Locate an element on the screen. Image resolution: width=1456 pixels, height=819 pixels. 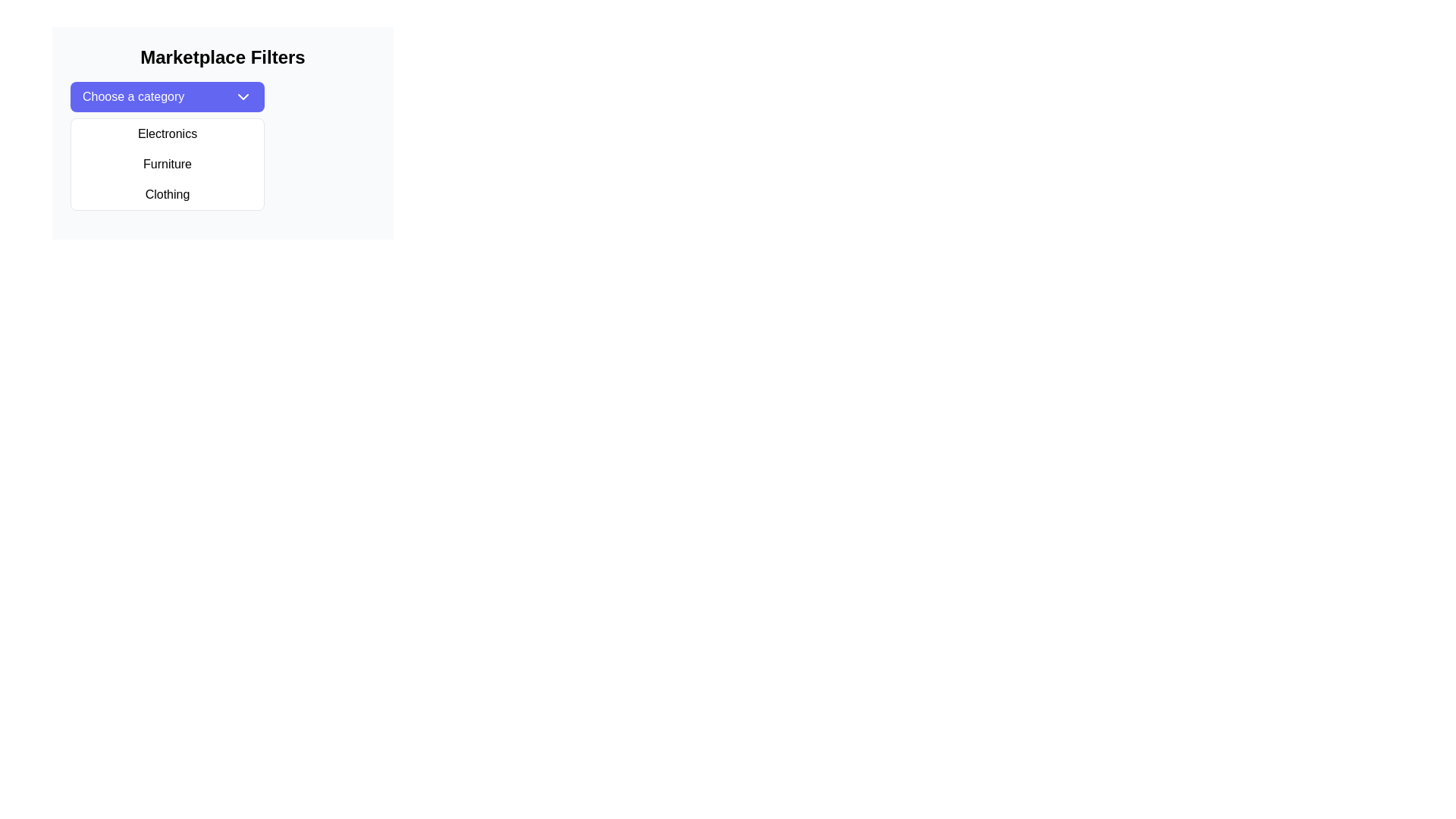
the title text at the top of the display area is located at coordinates (221, 57).